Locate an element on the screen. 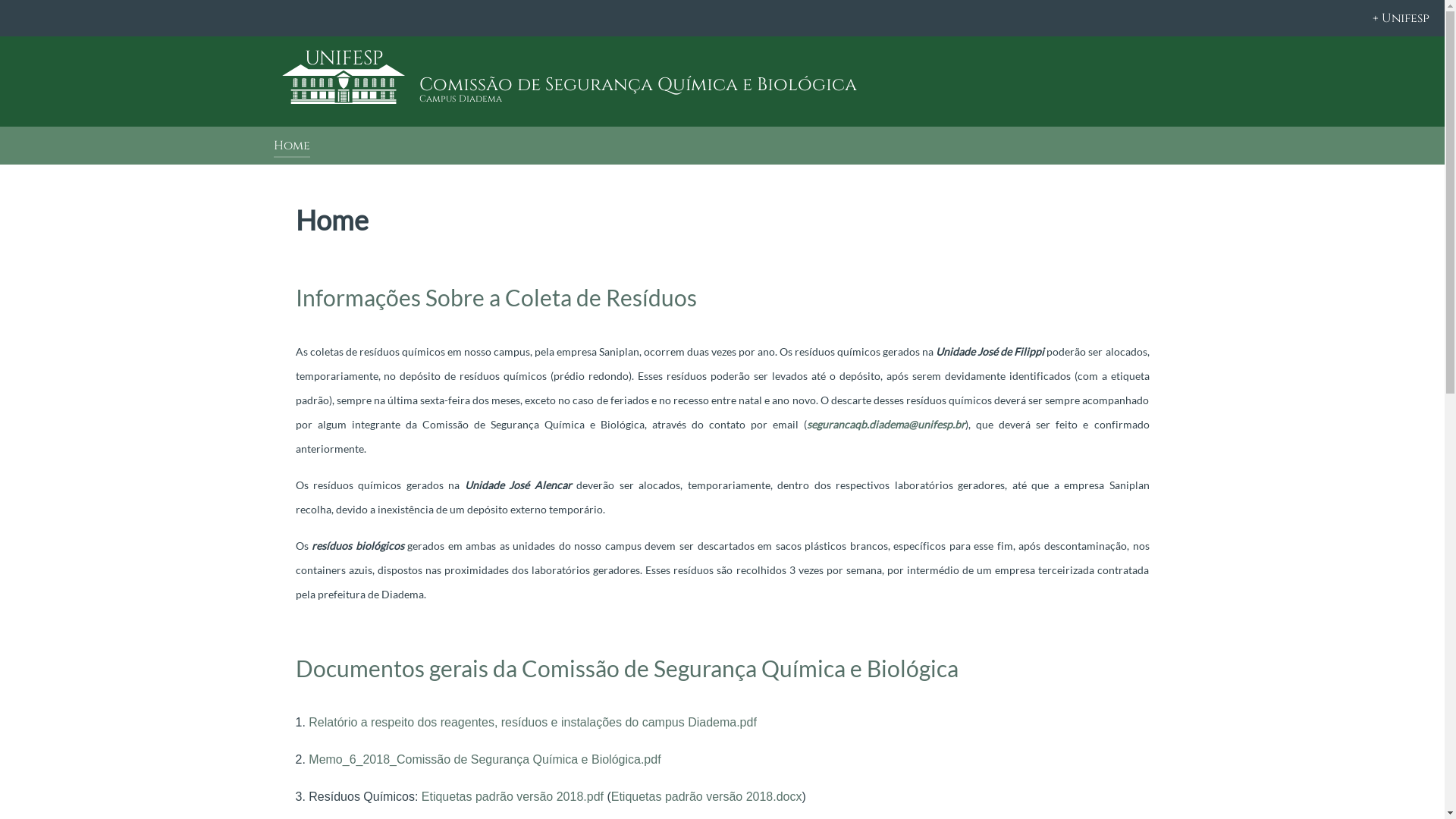 Image resolution: width=1456 pixels, height=819 pixels. '+ Unifesp' is located at coordinates (721, 17).